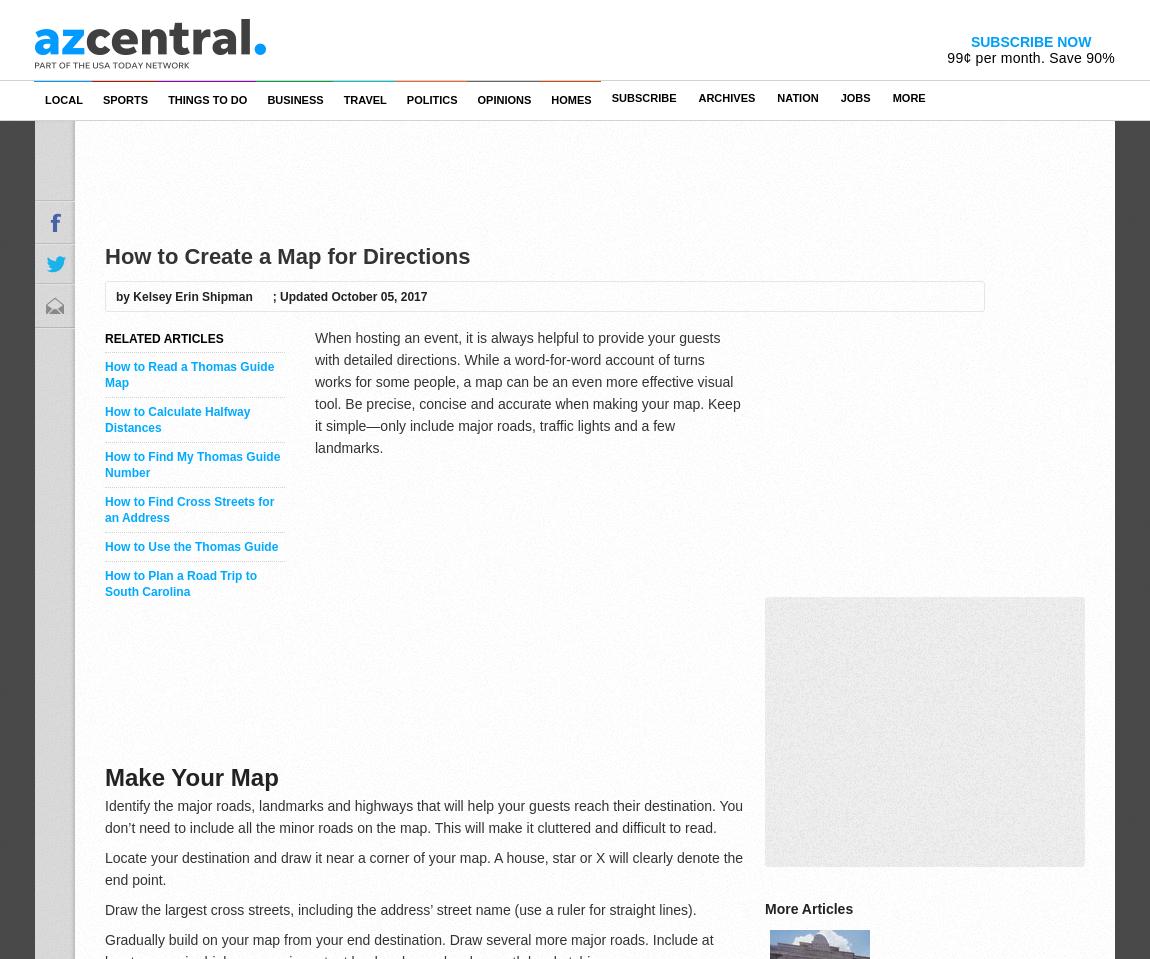 This screenshot has width=1150, height=959. I want to click on 'When hosting an event, it is always helpful to provide your guests with detailed directions. While a word-for-word account of turns works for some people, a map can be an even more effective visual tool. Be precise, concise and accurate when making your map. Keep it simple—only include major roads, traffic lights and a few landmarks.', so click(527, 392).